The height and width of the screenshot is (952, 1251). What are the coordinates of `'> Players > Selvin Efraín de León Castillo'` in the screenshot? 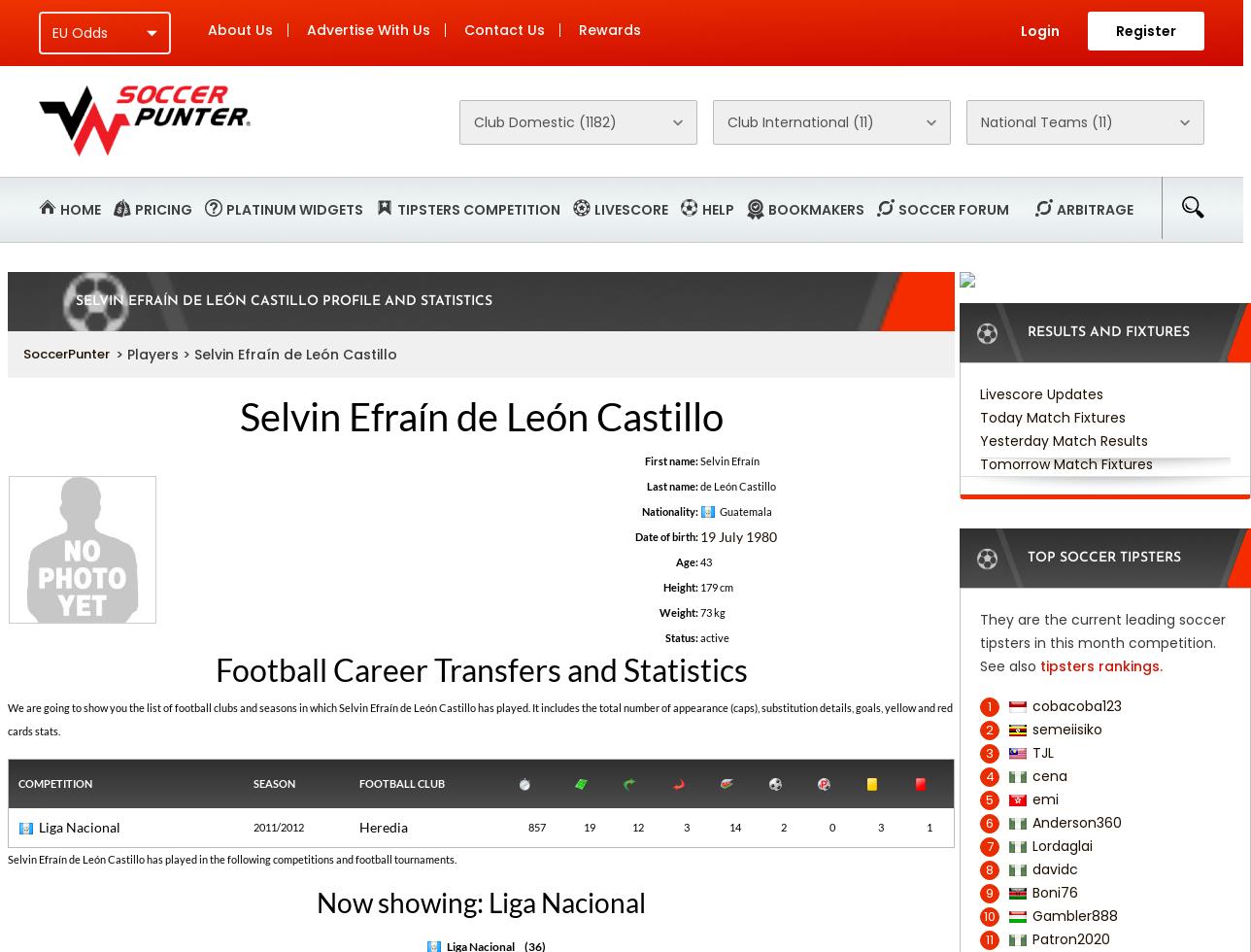 It's located at (256, 354).